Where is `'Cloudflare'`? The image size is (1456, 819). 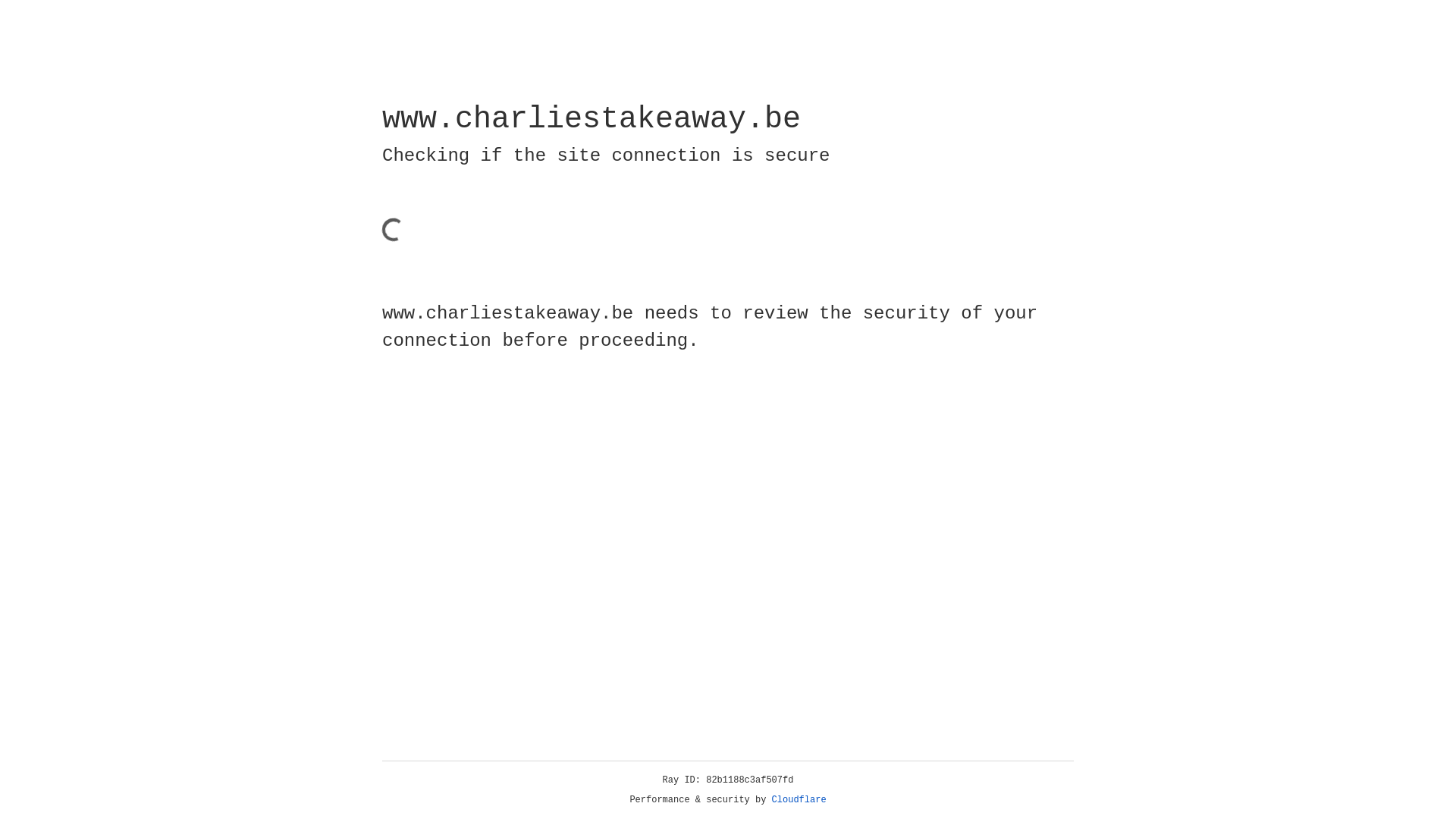
'Cloudflare' is located at coordinates (771, 799).